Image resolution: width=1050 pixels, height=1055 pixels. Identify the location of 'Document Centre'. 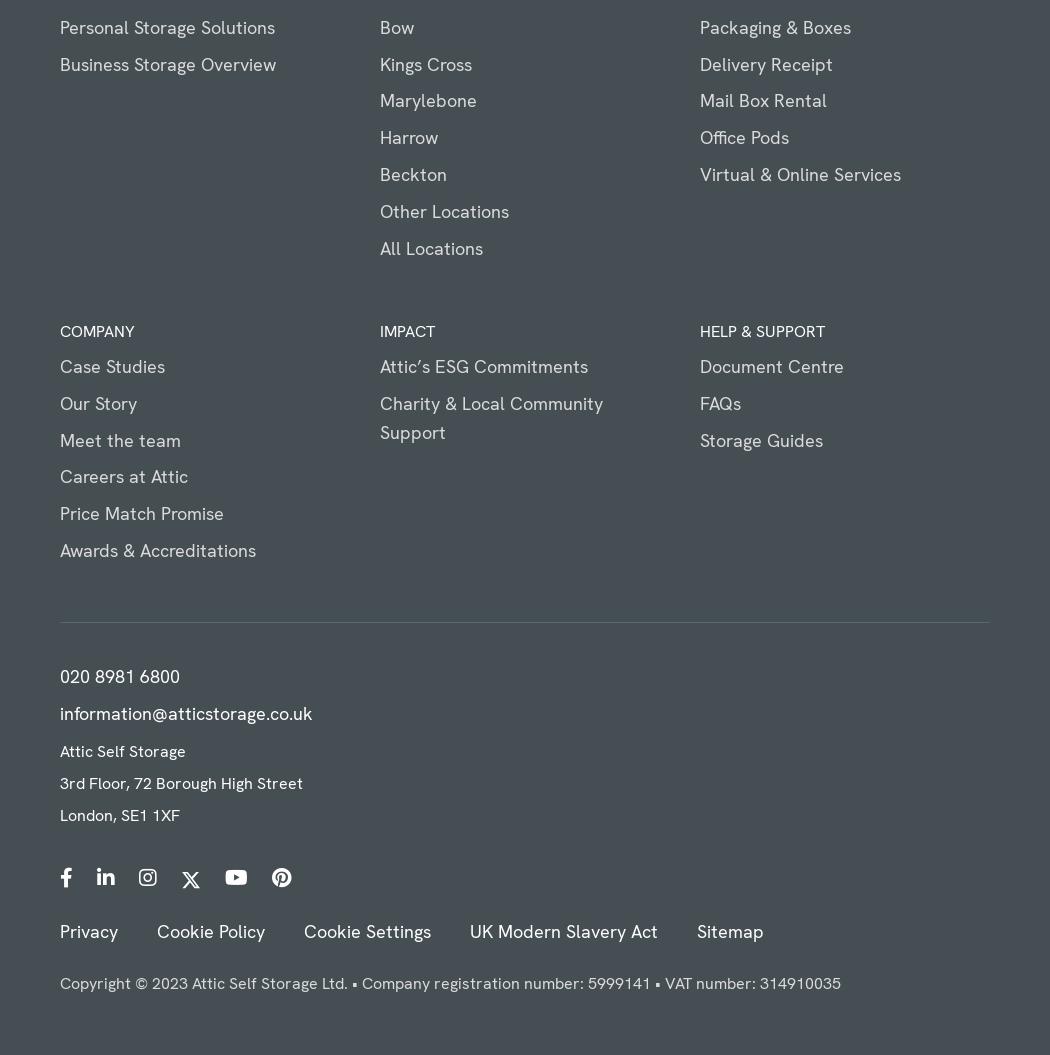
(771, 365).